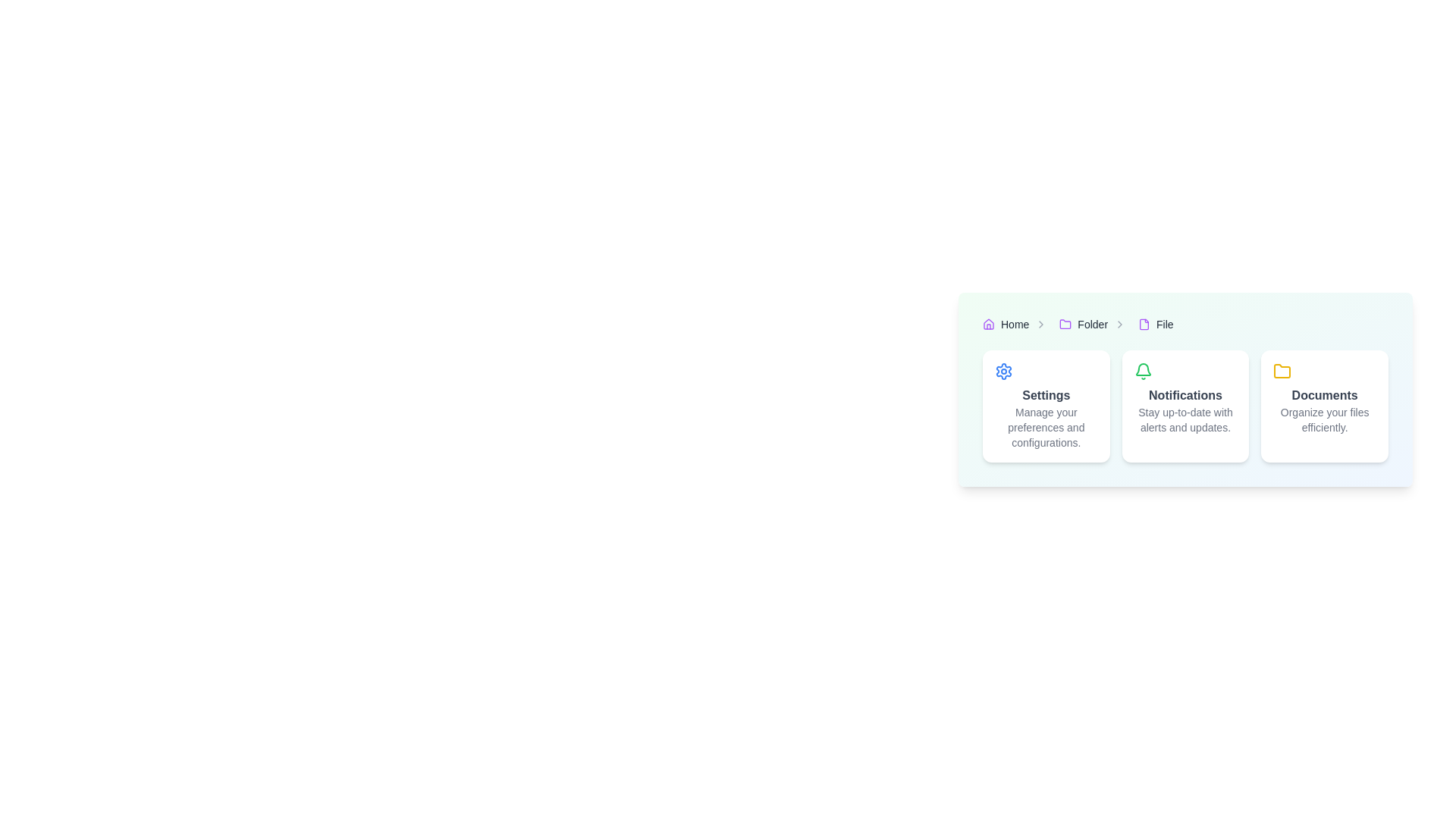 The width and height of the screenshot is (1456, 819). What do you see at coordinates (1096, 324) in the screenshot?
I see `the second breadcrumb navigation item in the breadcrumb bar to reveal additional context or actions` at bounding box center [1096, 324].